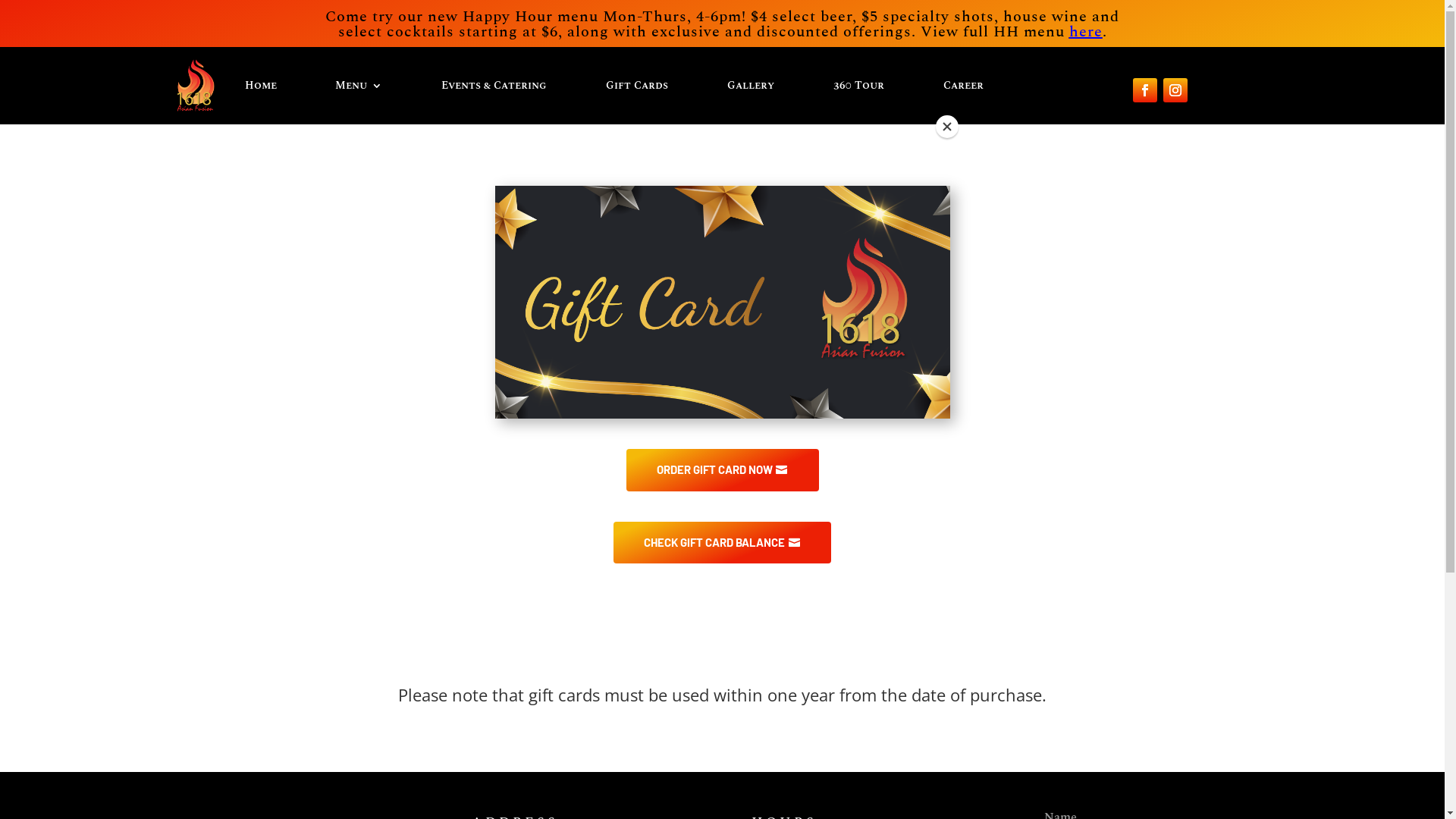 The width and height of the screenshot is (1456, 819). What do you see at coordinates (259, 85) in the screenshot?
I see `'Home'` at bounding box center [259, 85].